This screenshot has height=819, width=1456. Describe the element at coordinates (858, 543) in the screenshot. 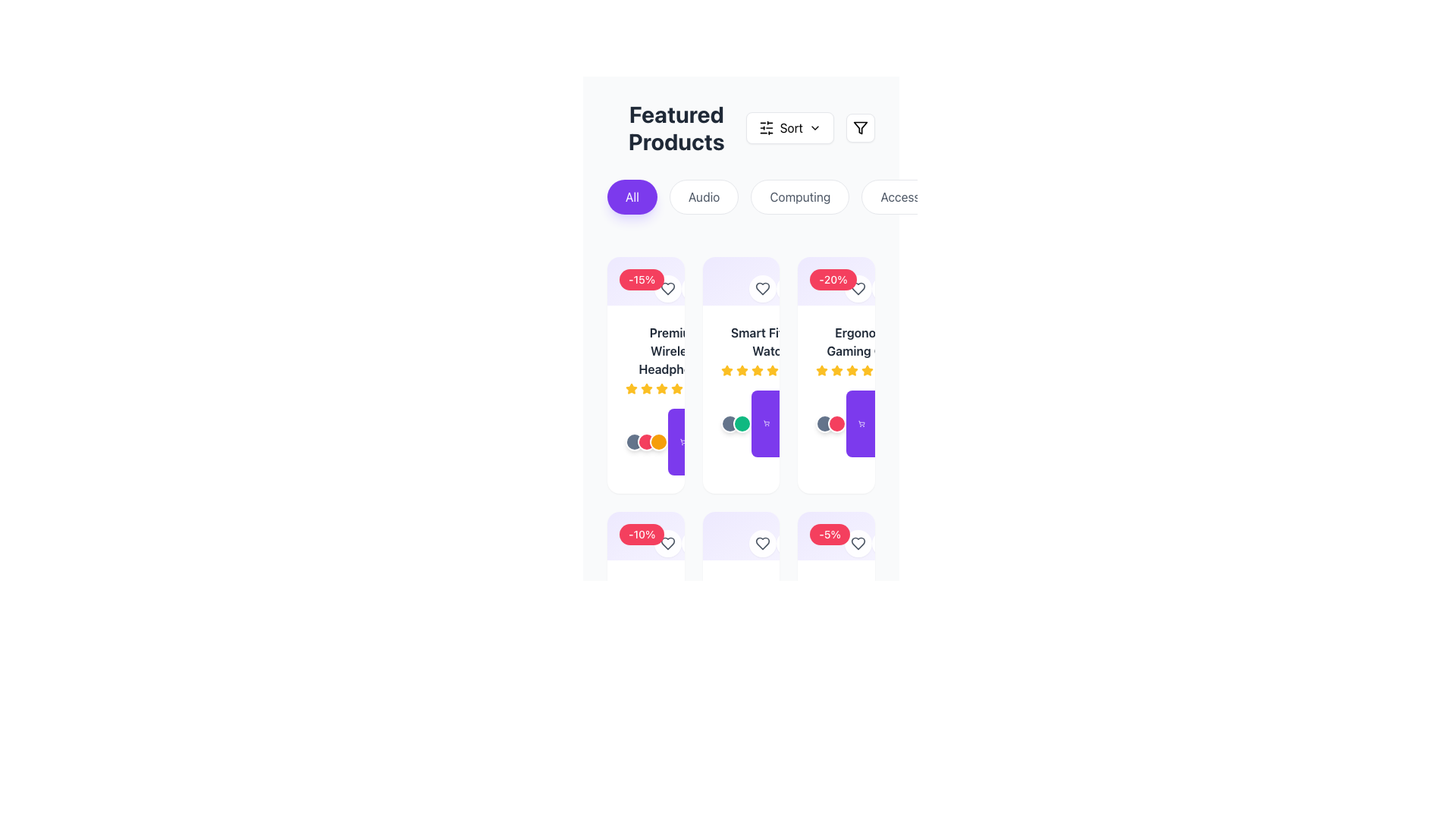

I see `the 'favorite' icon located in the top-right corner of the product card` at that location.